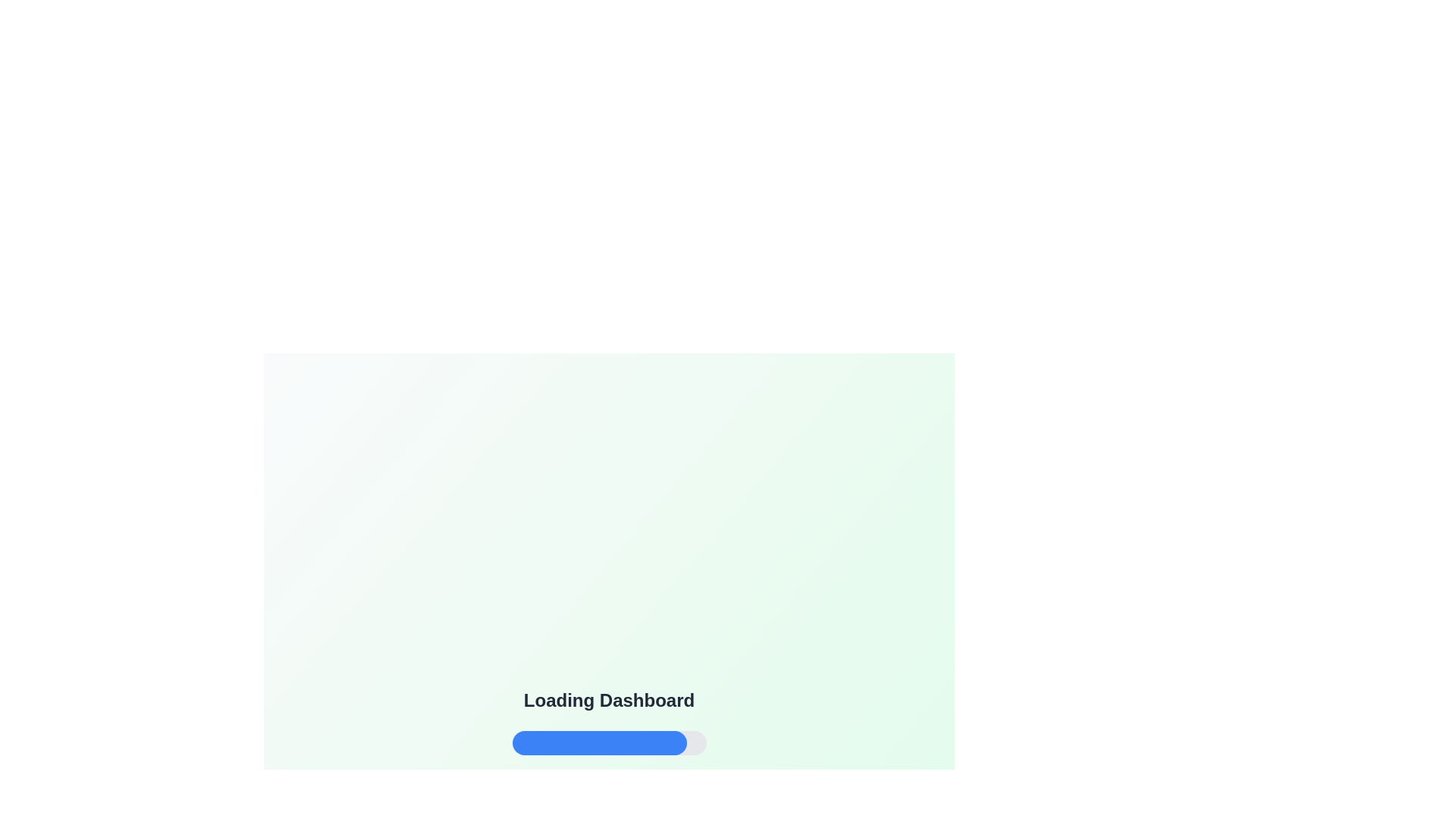 This screenshot has height=819, width=1456. Describe the element at coordinates (609, 701) in the screenshot. I see `text displayed in the text label that says 'Loading Dashboard', which is centrally aligned and positioned above other elements like a progress bar` at that location.